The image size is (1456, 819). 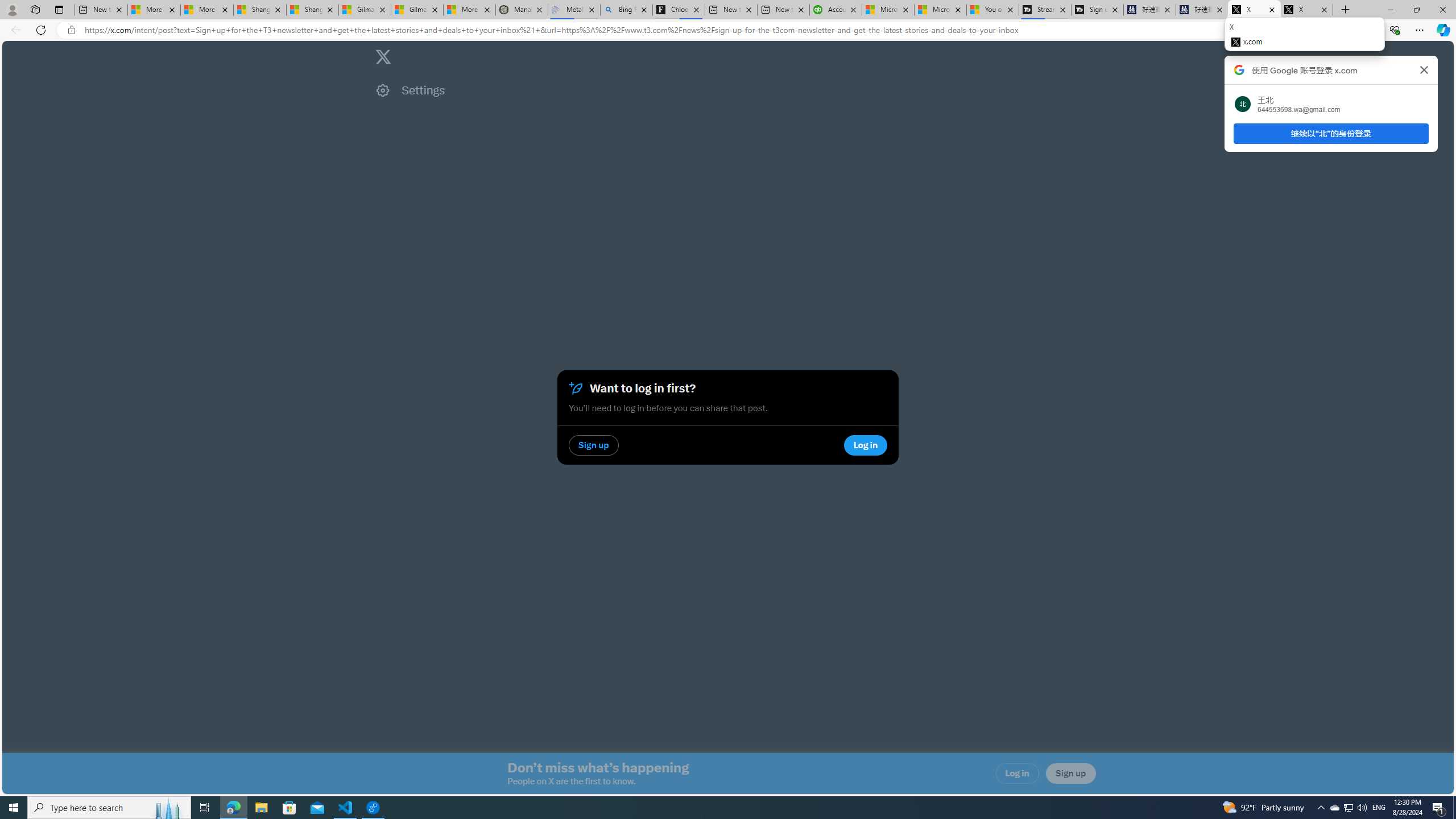 I want to click on 'Log in', so click(x=1017, y=773).